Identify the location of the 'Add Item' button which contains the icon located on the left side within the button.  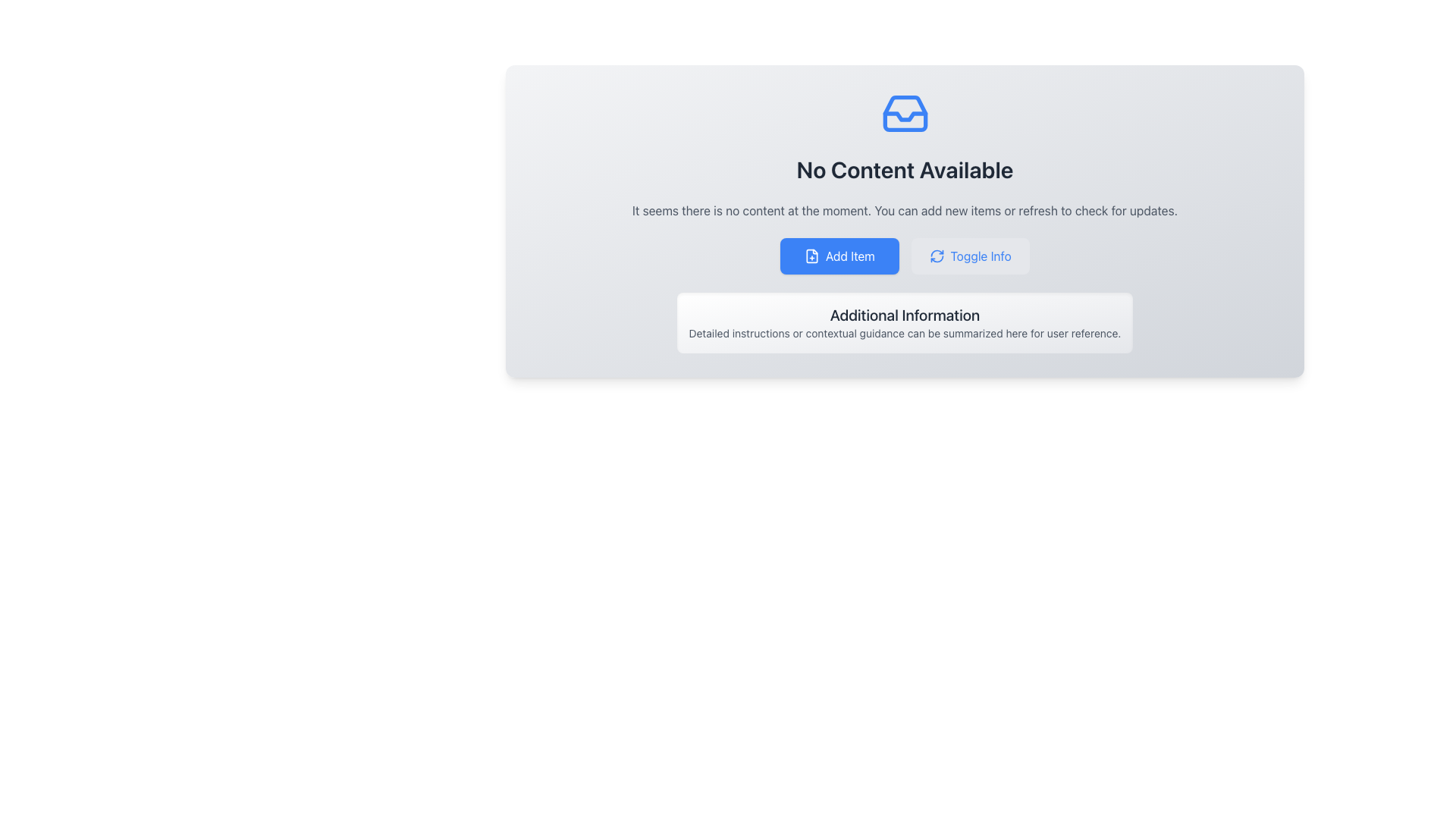
(811, 256).